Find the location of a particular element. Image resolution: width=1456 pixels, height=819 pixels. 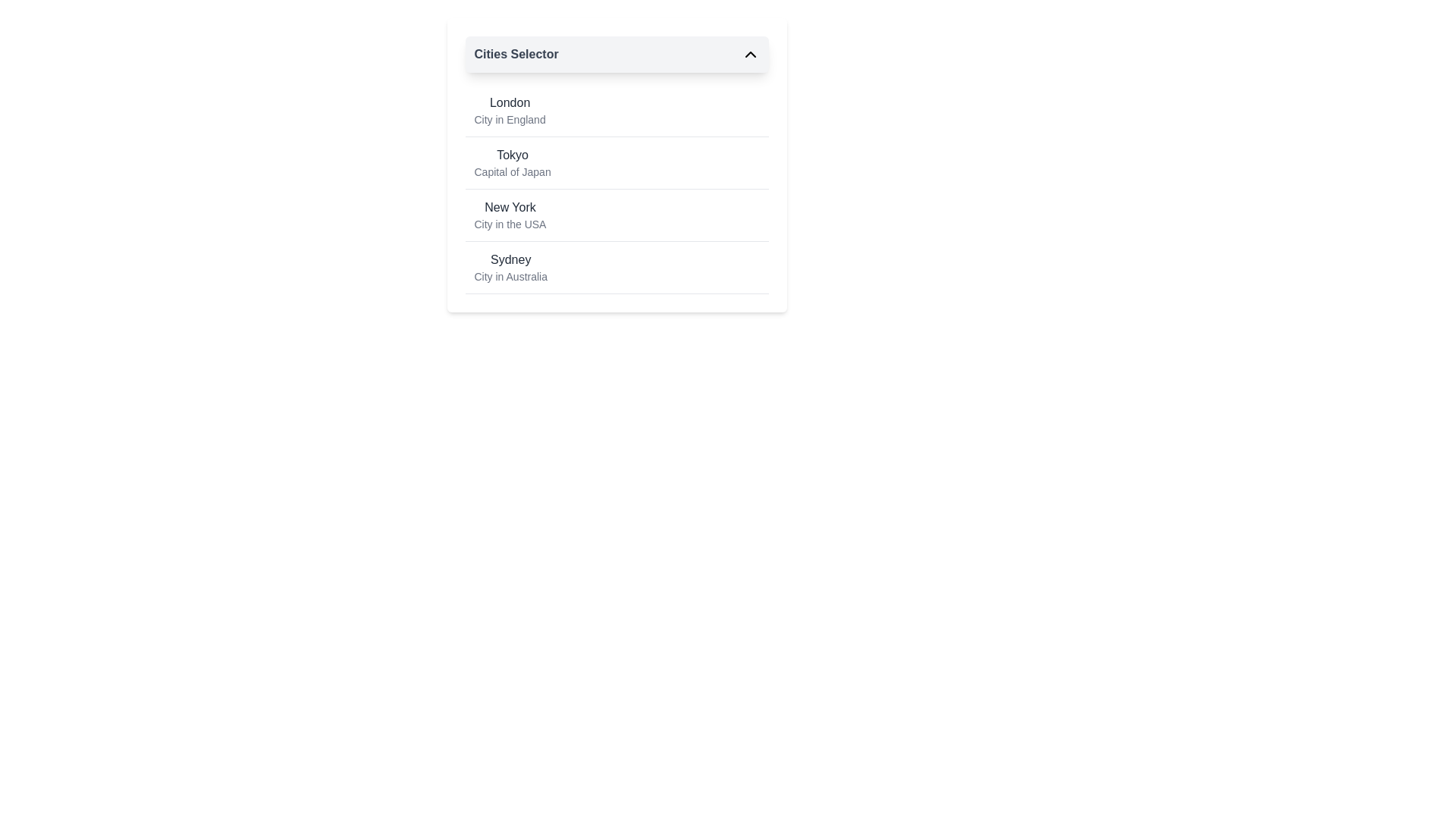

the text label displaying information about the city of Tokyo is located at coordinates (513, 163).